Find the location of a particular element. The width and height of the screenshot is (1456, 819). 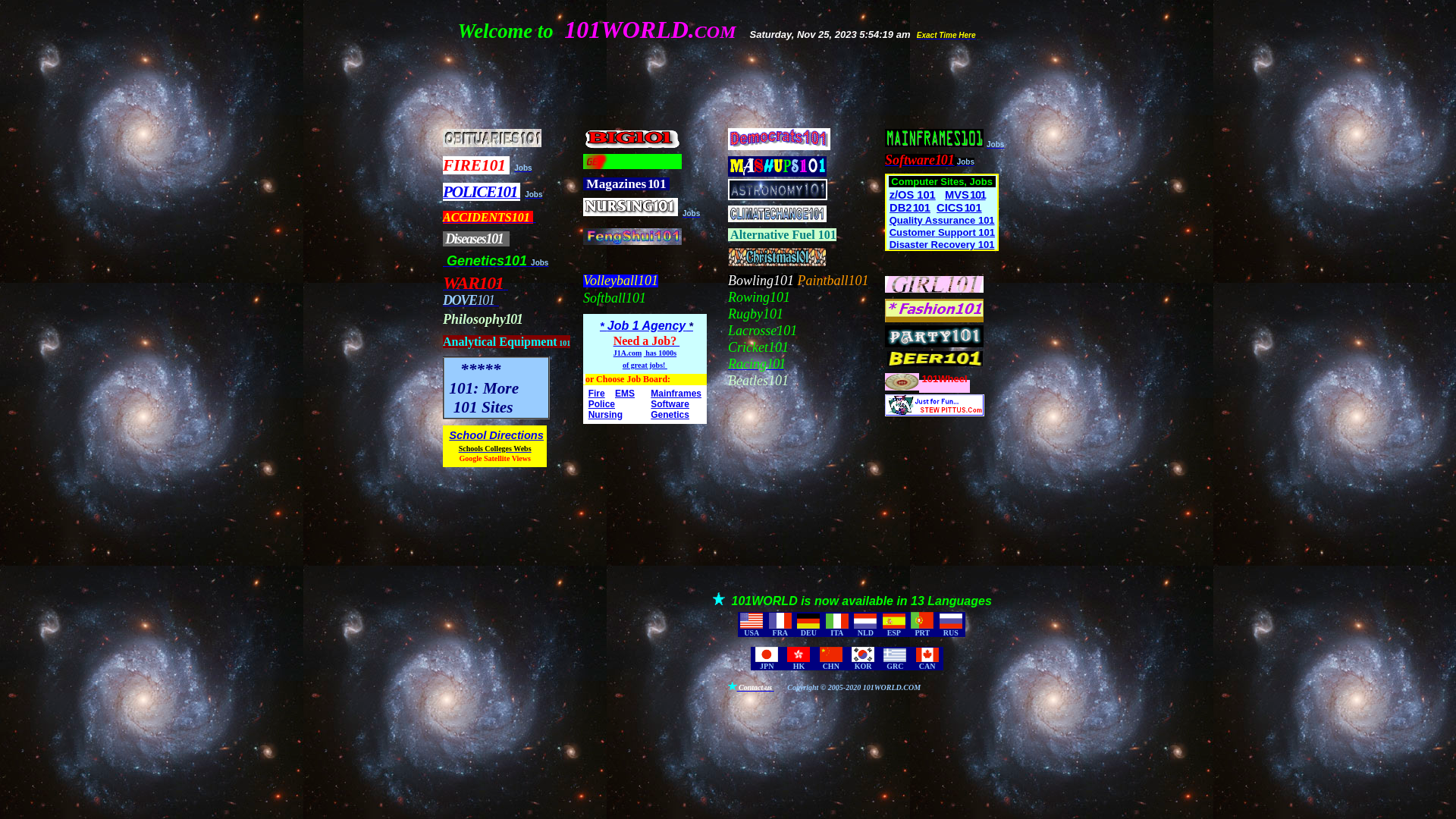

'KOR' is located at coordinates (863, 664).